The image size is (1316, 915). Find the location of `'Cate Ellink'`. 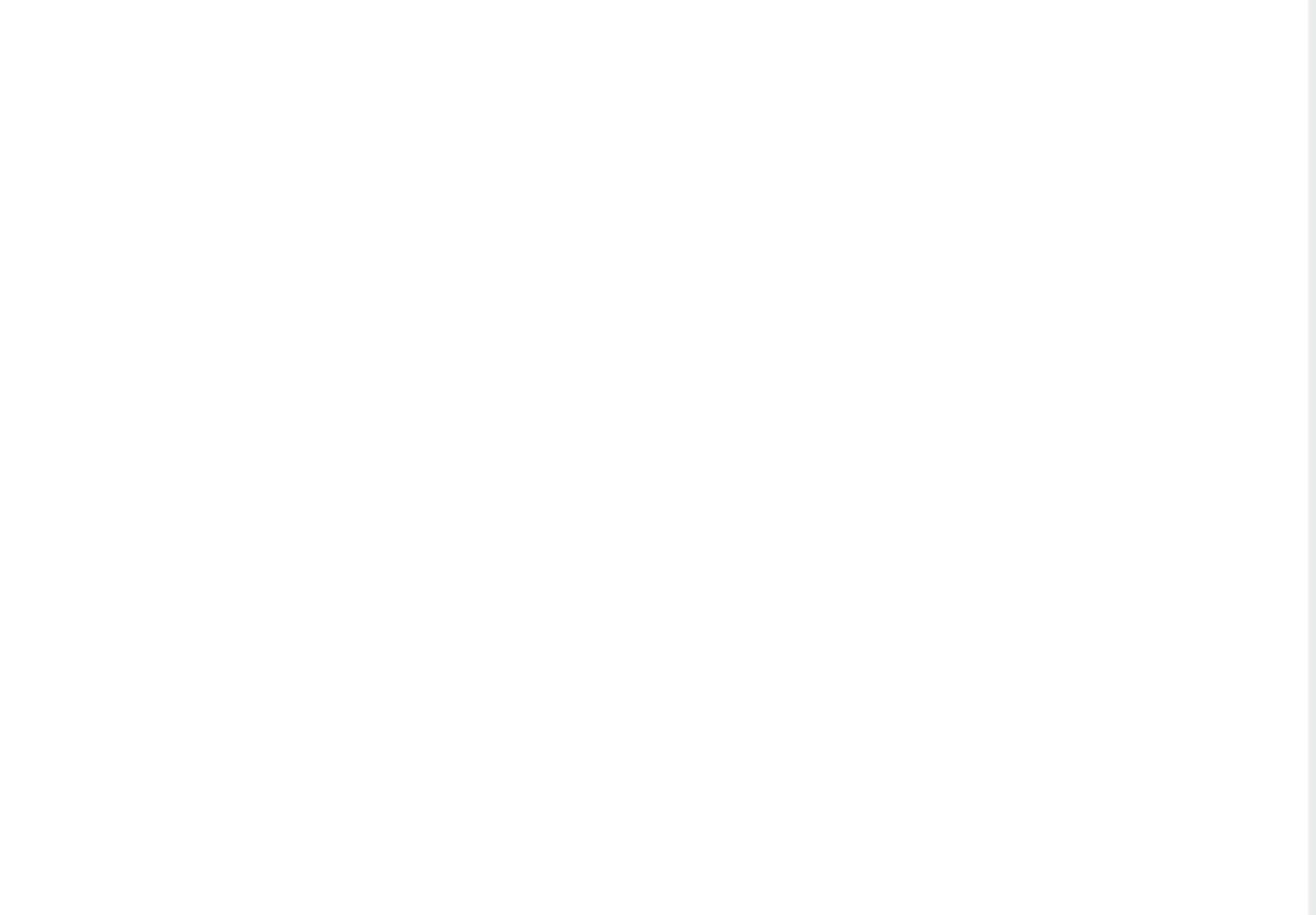

'Cate Ellink' is located at coordinates (21, 73).